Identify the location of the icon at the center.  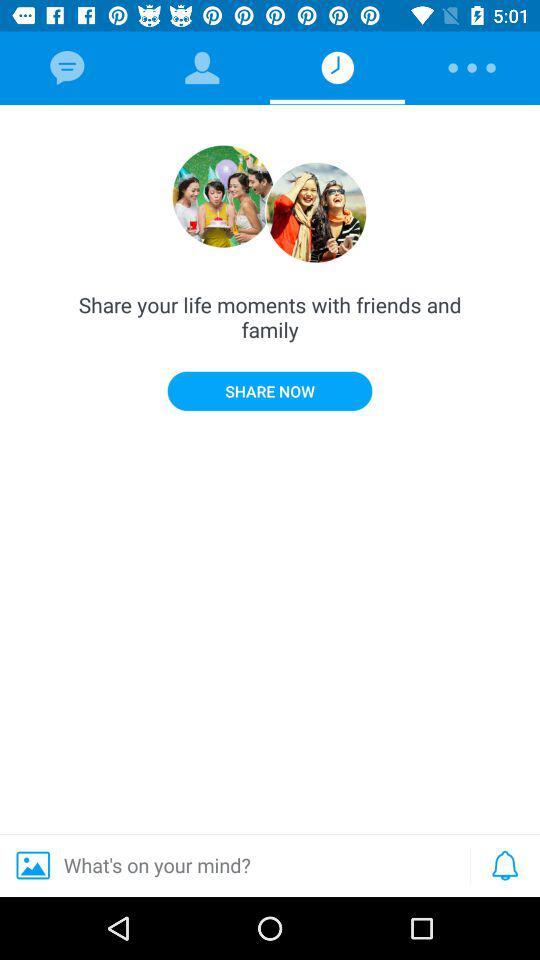
(270, 390).